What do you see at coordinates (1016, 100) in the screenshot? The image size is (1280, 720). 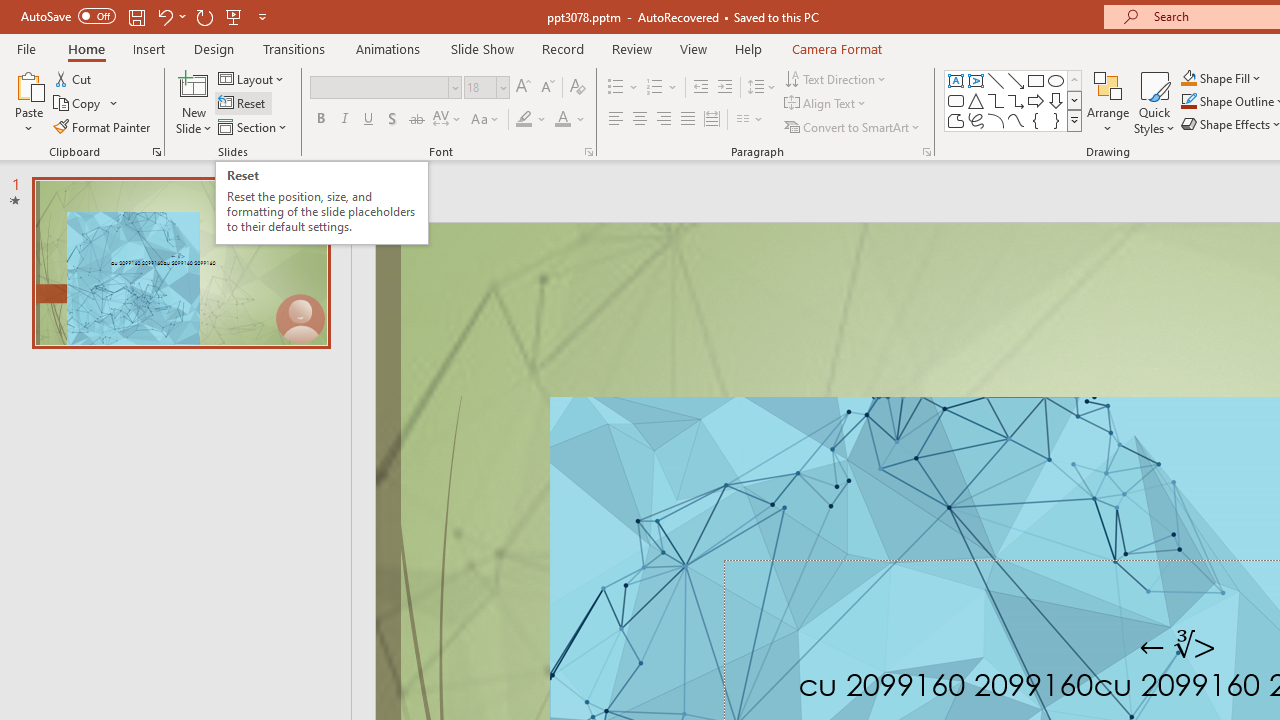 I see `'Connector: Elbow Arrow'` at bounding box center [1016, 100].